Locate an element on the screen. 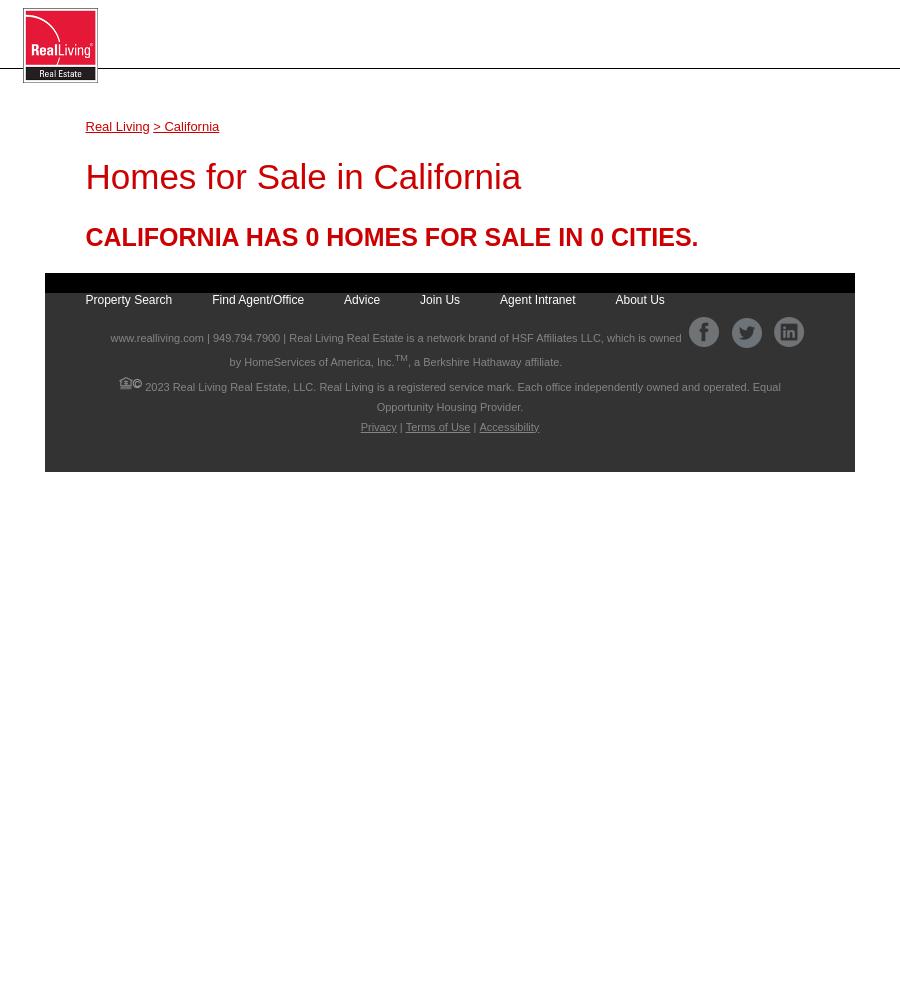  '| Real Living Real Estate is a network brand of HSF Affiliates LLC, which is owned by HomeServices of America, Inc.' is located at coordinates (454, 348).